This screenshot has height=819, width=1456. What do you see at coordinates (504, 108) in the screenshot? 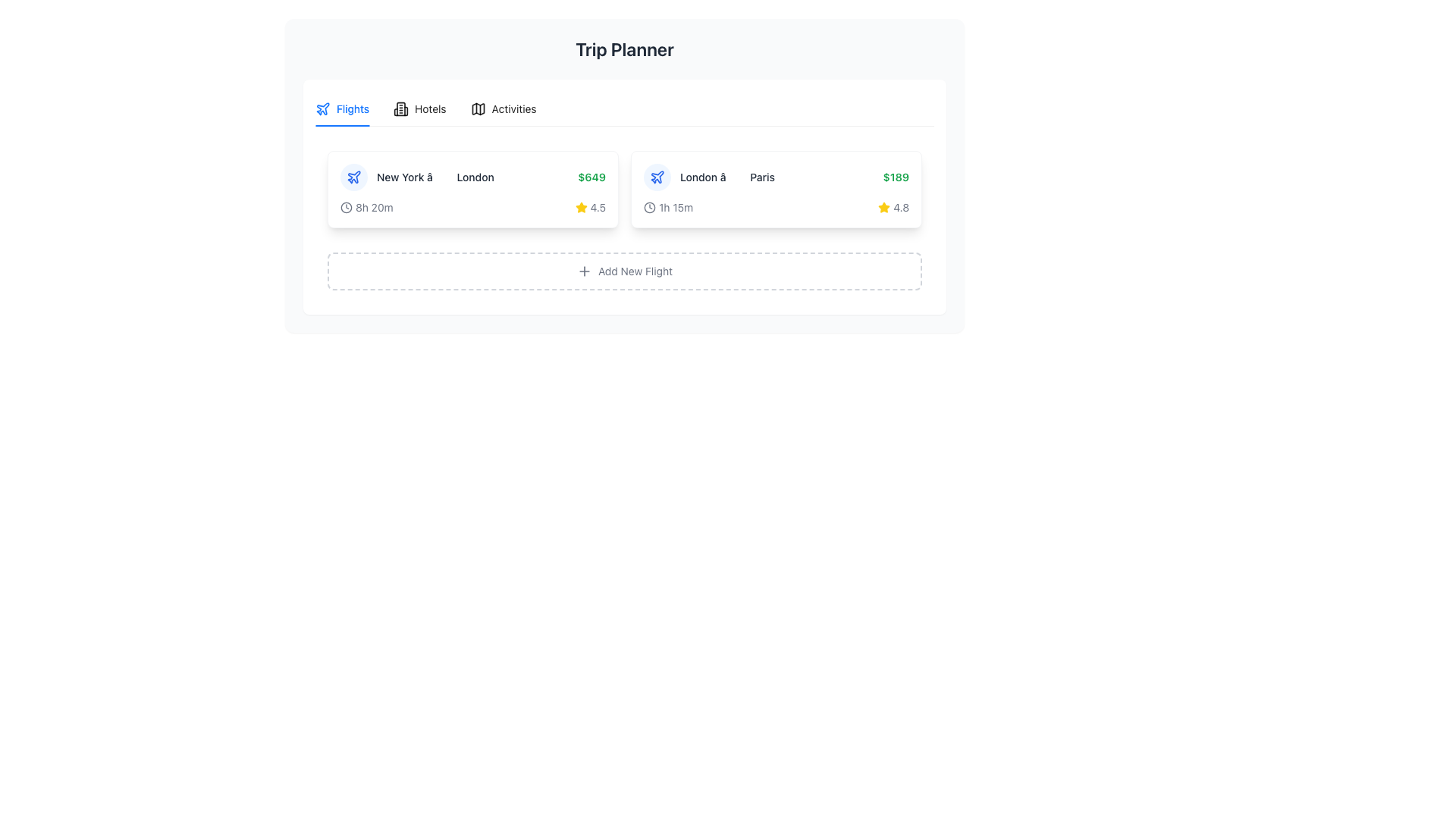
I see `the third navigation tab to switch to the 'Activities' section` at bounding box center [504, 108].